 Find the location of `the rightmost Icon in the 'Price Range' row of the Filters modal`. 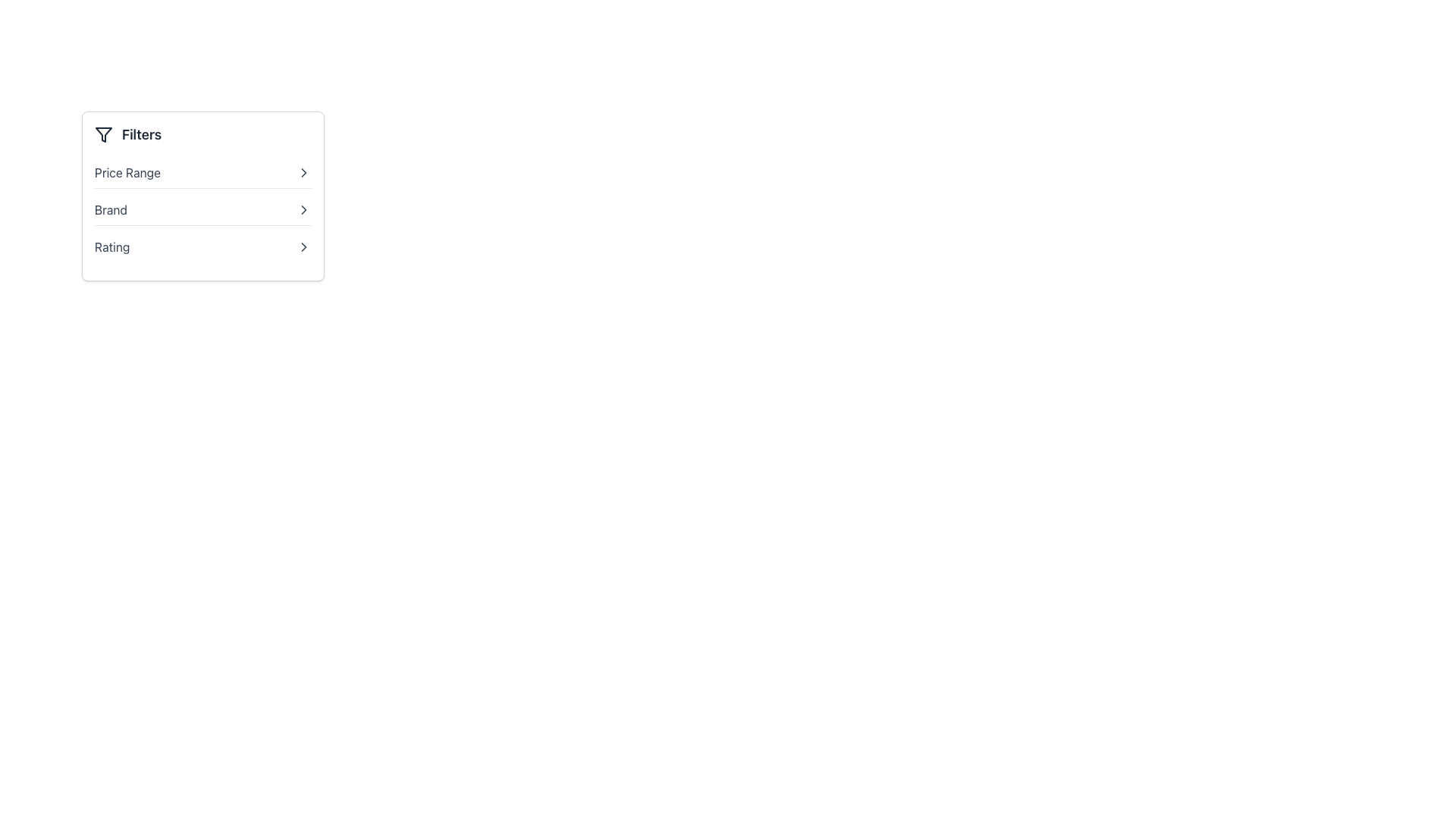

the rightmost Icon in the 'Price Range' row of the Filters modal is located at coordinates (303, 171).